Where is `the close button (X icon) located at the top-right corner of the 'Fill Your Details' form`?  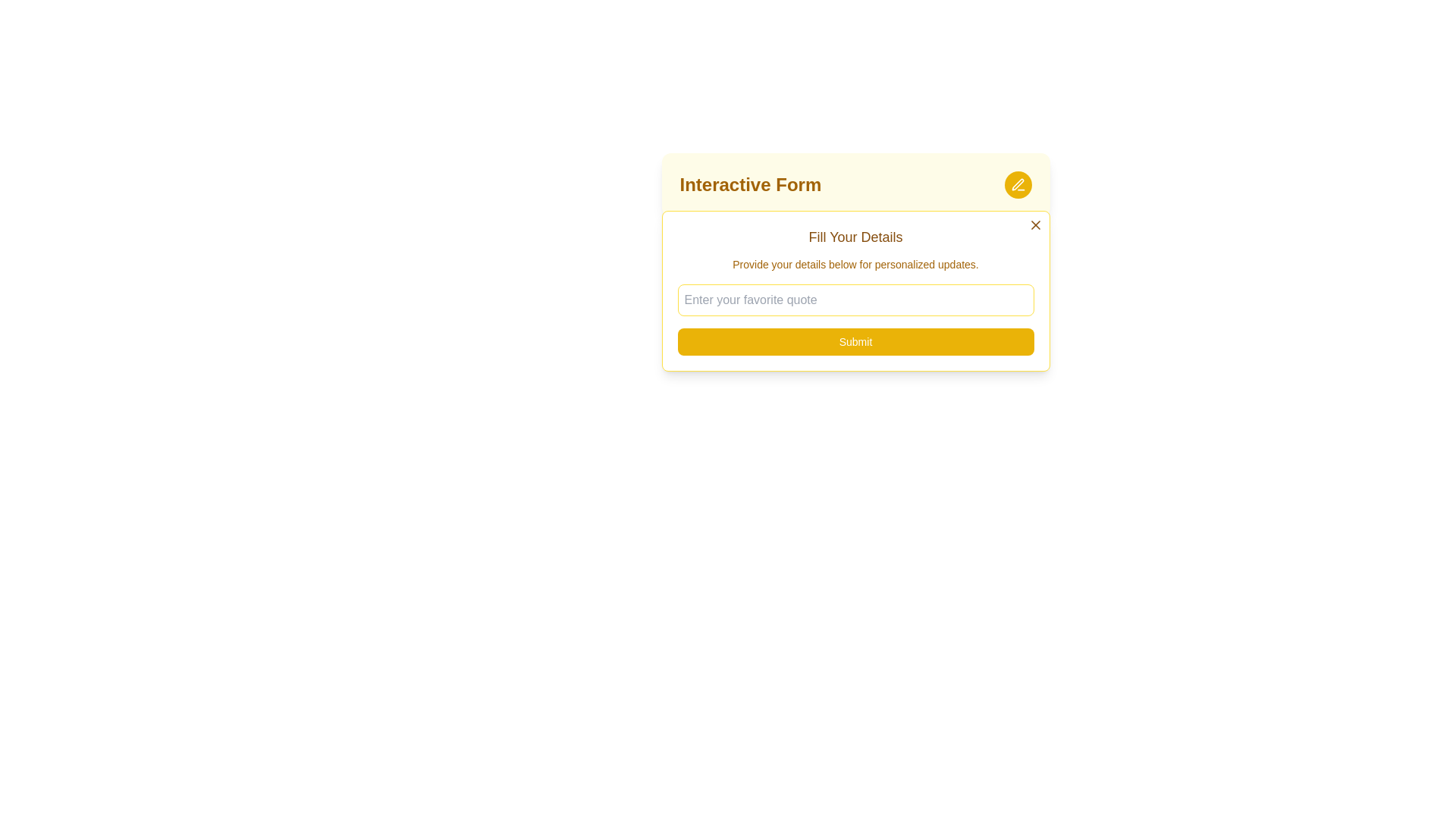
the close button (X icon) located at the top-right corner of the 'Fill Your Details' form is located at coordinates (1034, 225).